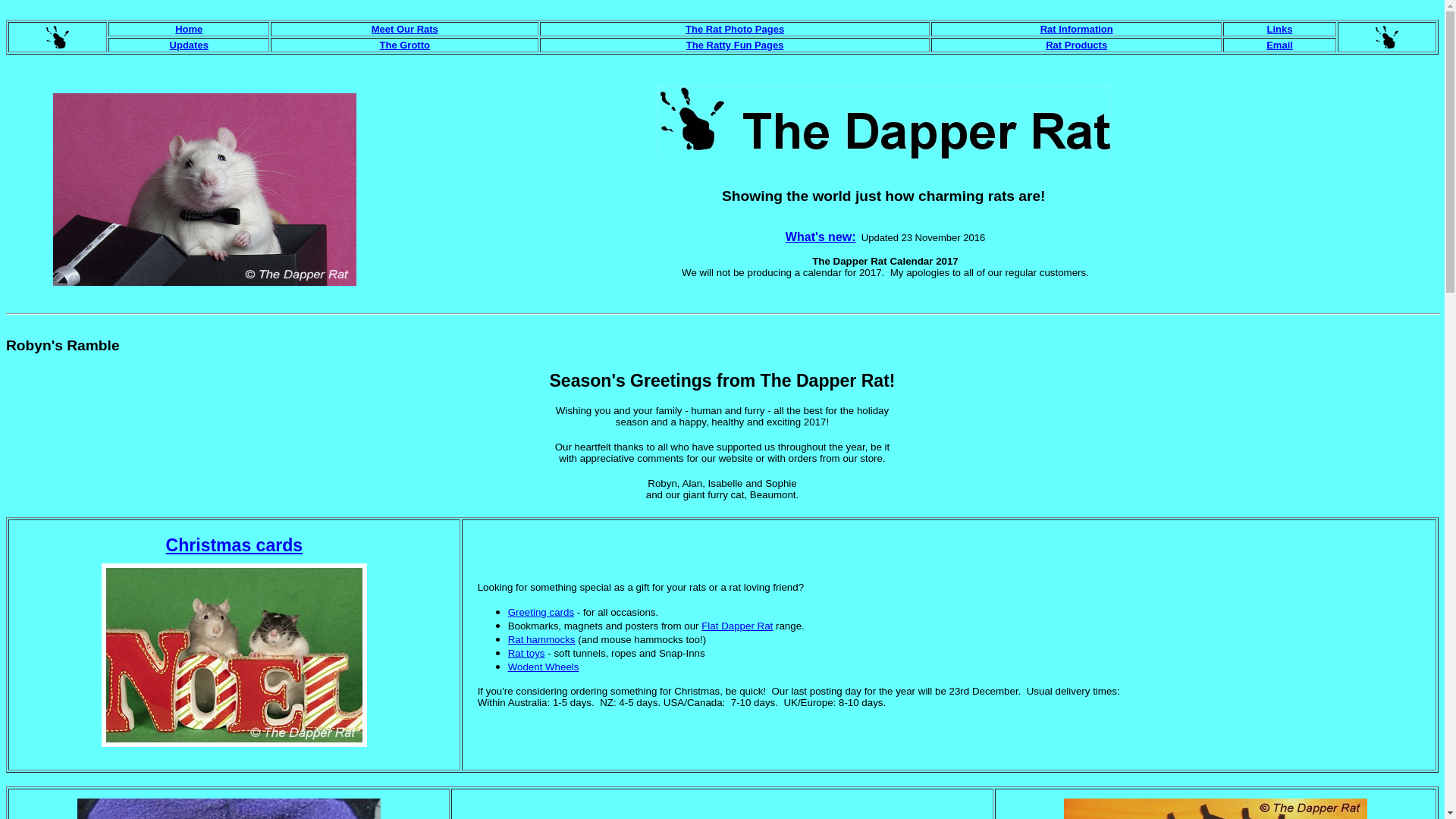  What do you see at coordinates (786, 237) in the screenshot?
I see `'What's new:'` at bounding box center [786, 237].